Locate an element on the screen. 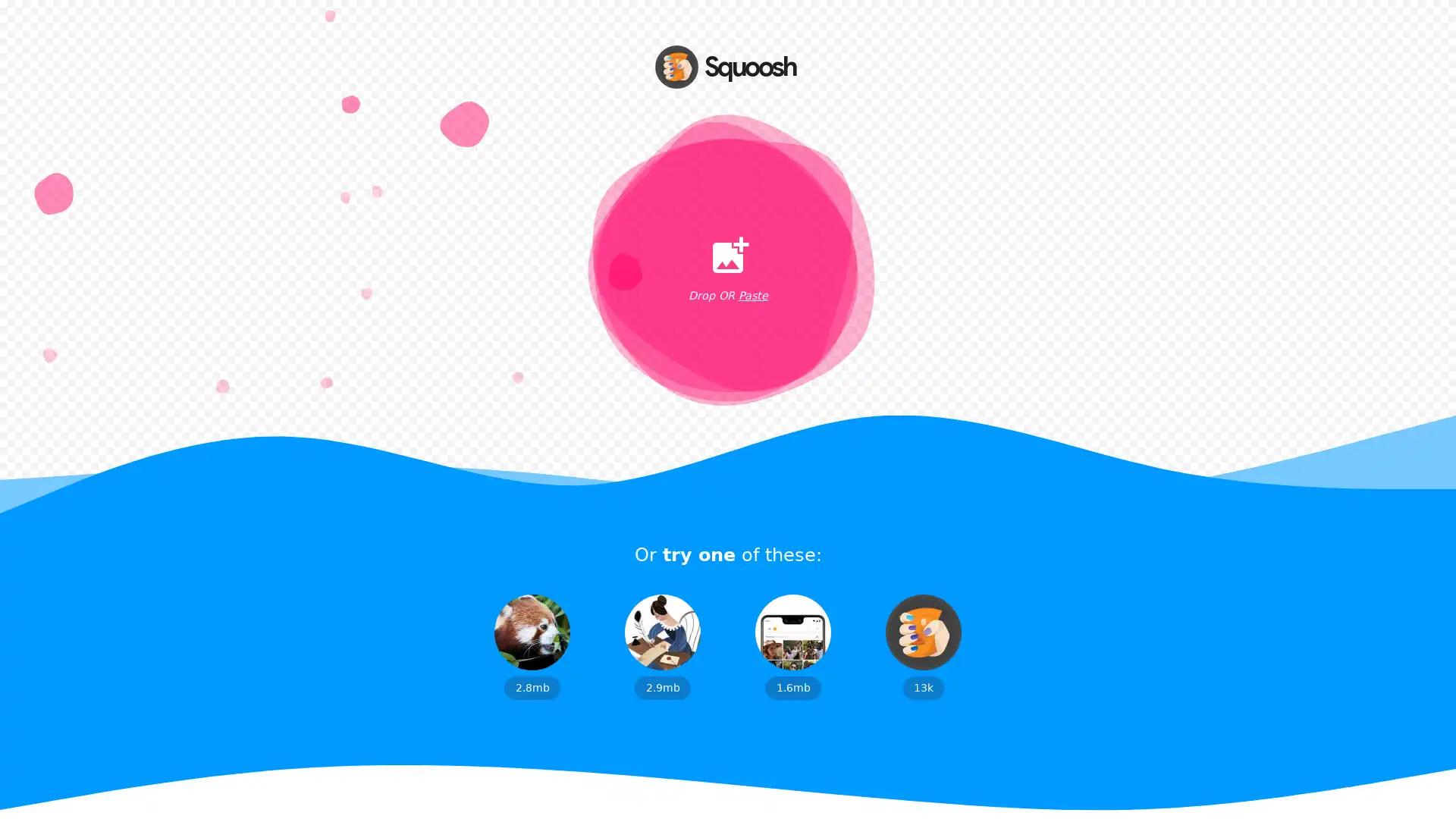 This screenshot has height=819, width=1456. Large photo 2.8mb is located at coordinates (532, 646).